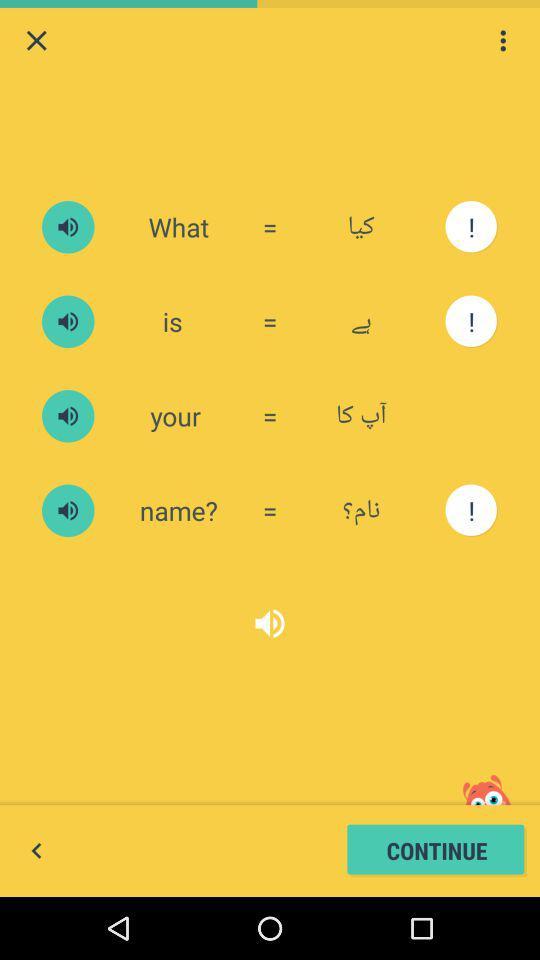 The height and width of the screenshot is (960, 540). Describe the element at coordinates (36, 39) in the screenshot. I see `click here to close this page` at that location.